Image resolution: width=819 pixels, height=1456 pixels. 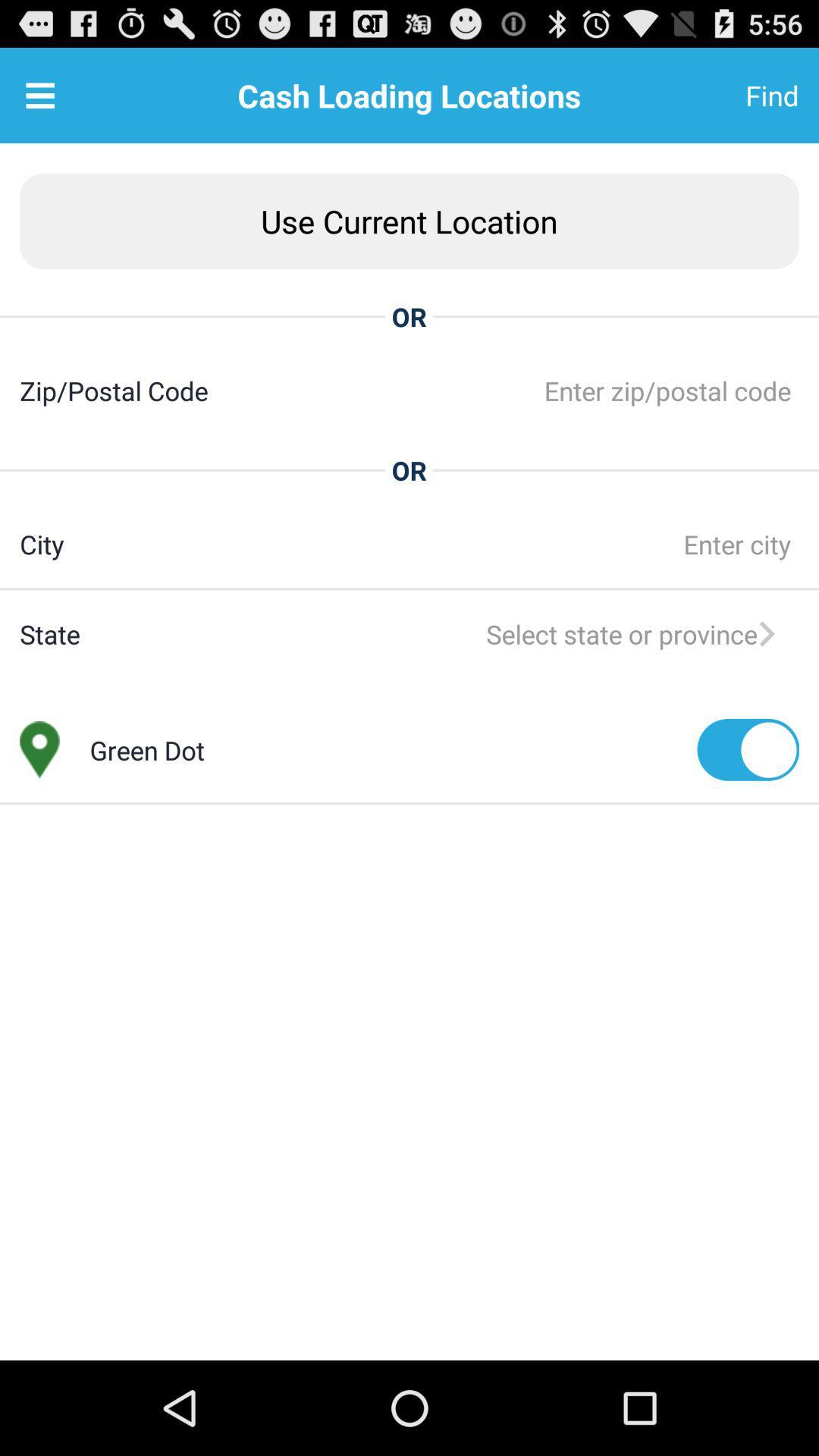 I want to click on the app to the right of green dot app, so click(x=747, y=749).